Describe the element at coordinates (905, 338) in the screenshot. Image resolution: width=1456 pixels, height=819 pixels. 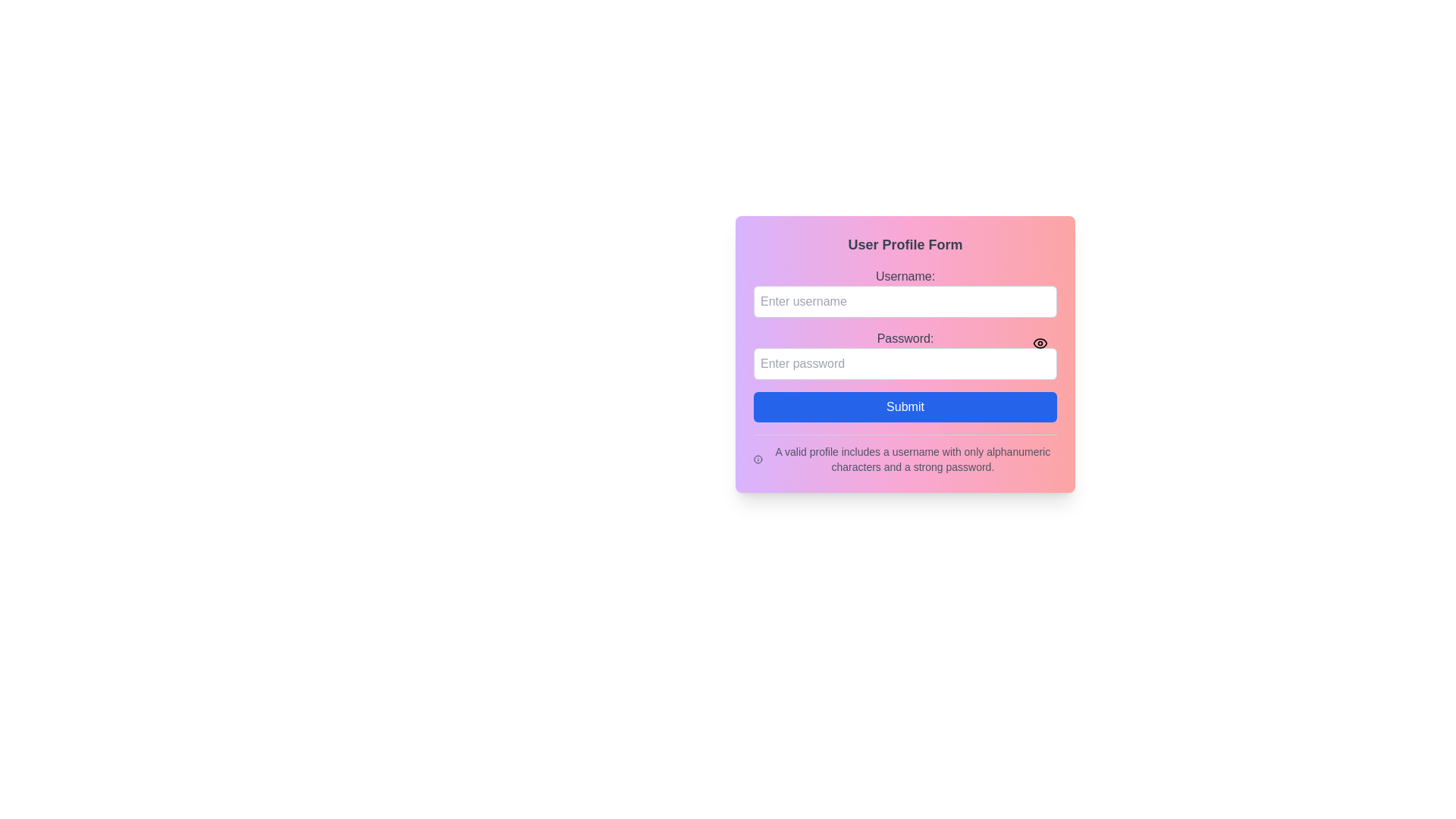
I see `the static text label indicating the purpose of the password input field, which is centrally placed above the input field within the form layout` at that location.